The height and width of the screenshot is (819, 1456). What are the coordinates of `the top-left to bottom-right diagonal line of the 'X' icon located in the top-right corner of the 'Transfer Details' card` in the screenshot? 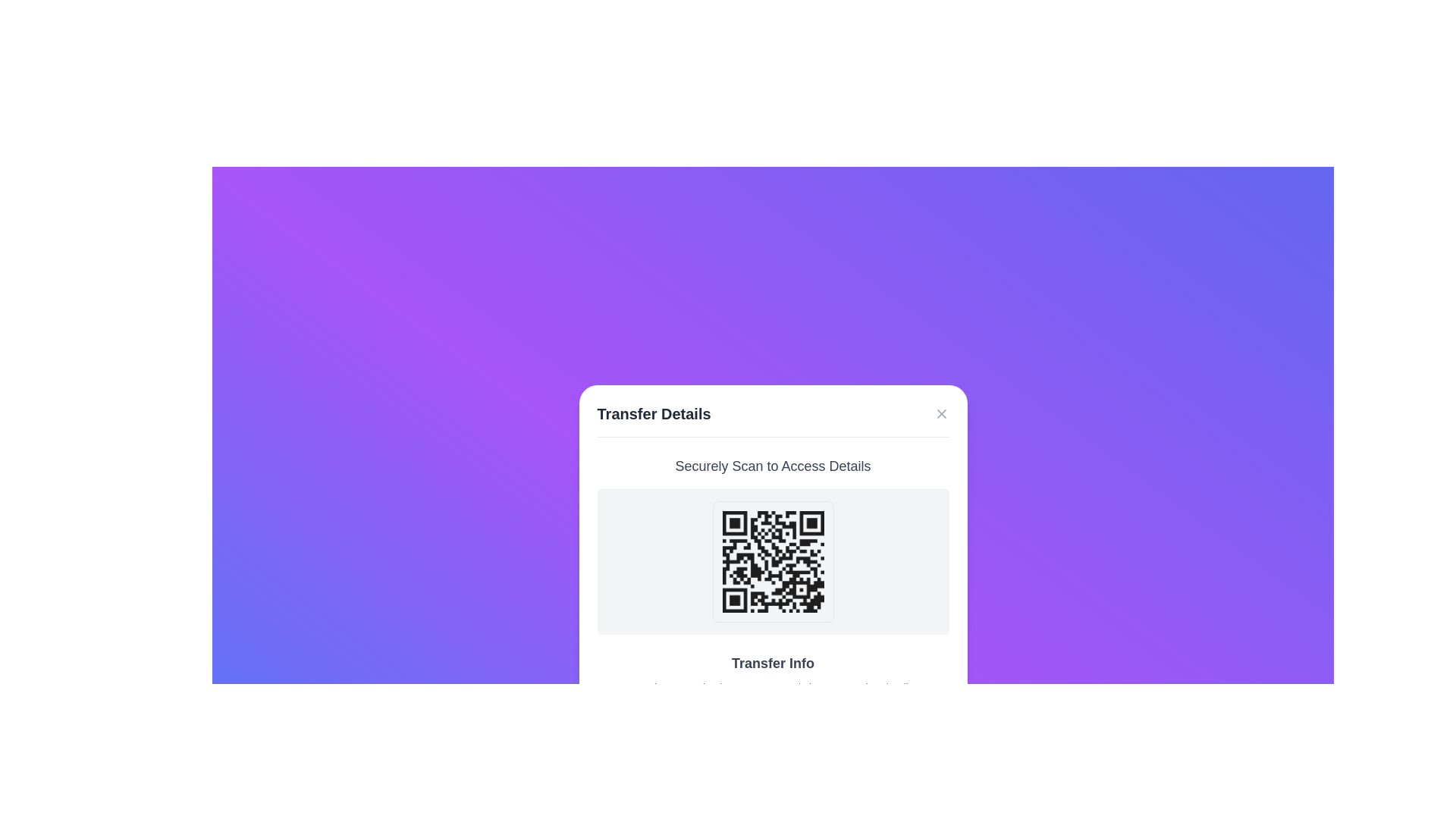 It's located at (940, 413).